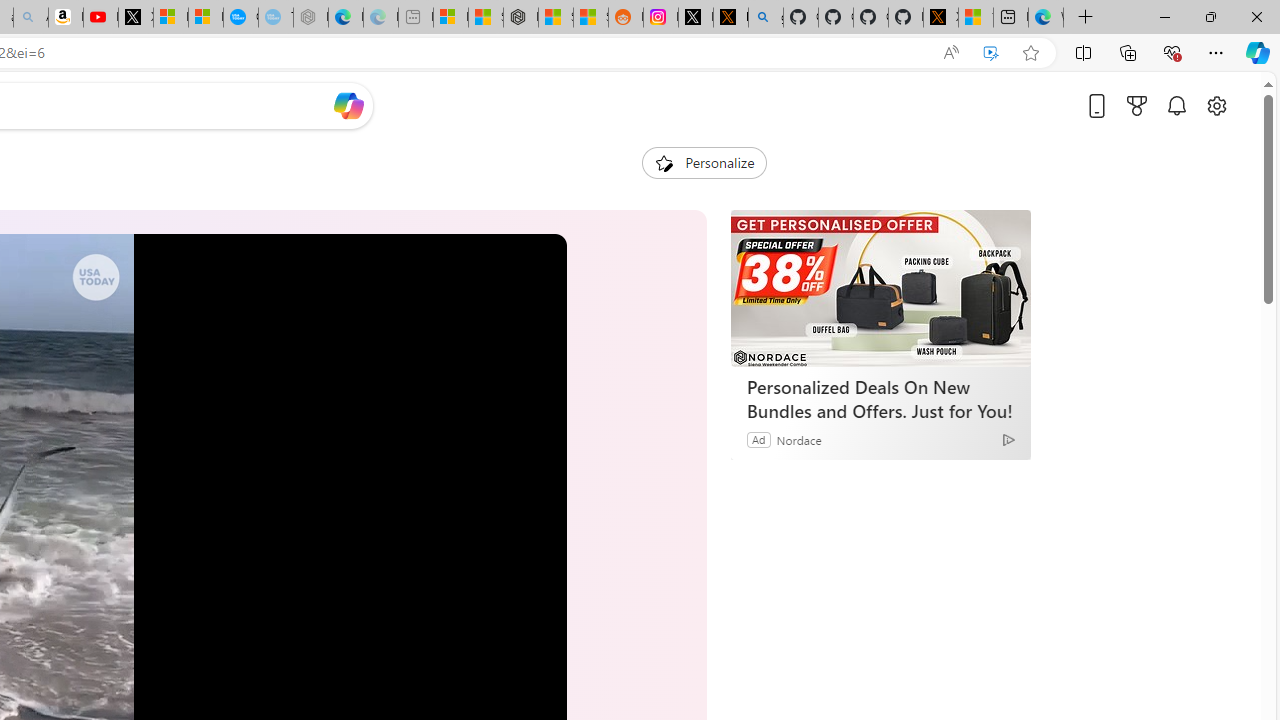 The image size is (1280, 720). I want to click on 'Shanghai, China Weather trends | Microsoft Weather', so click(589, 17).